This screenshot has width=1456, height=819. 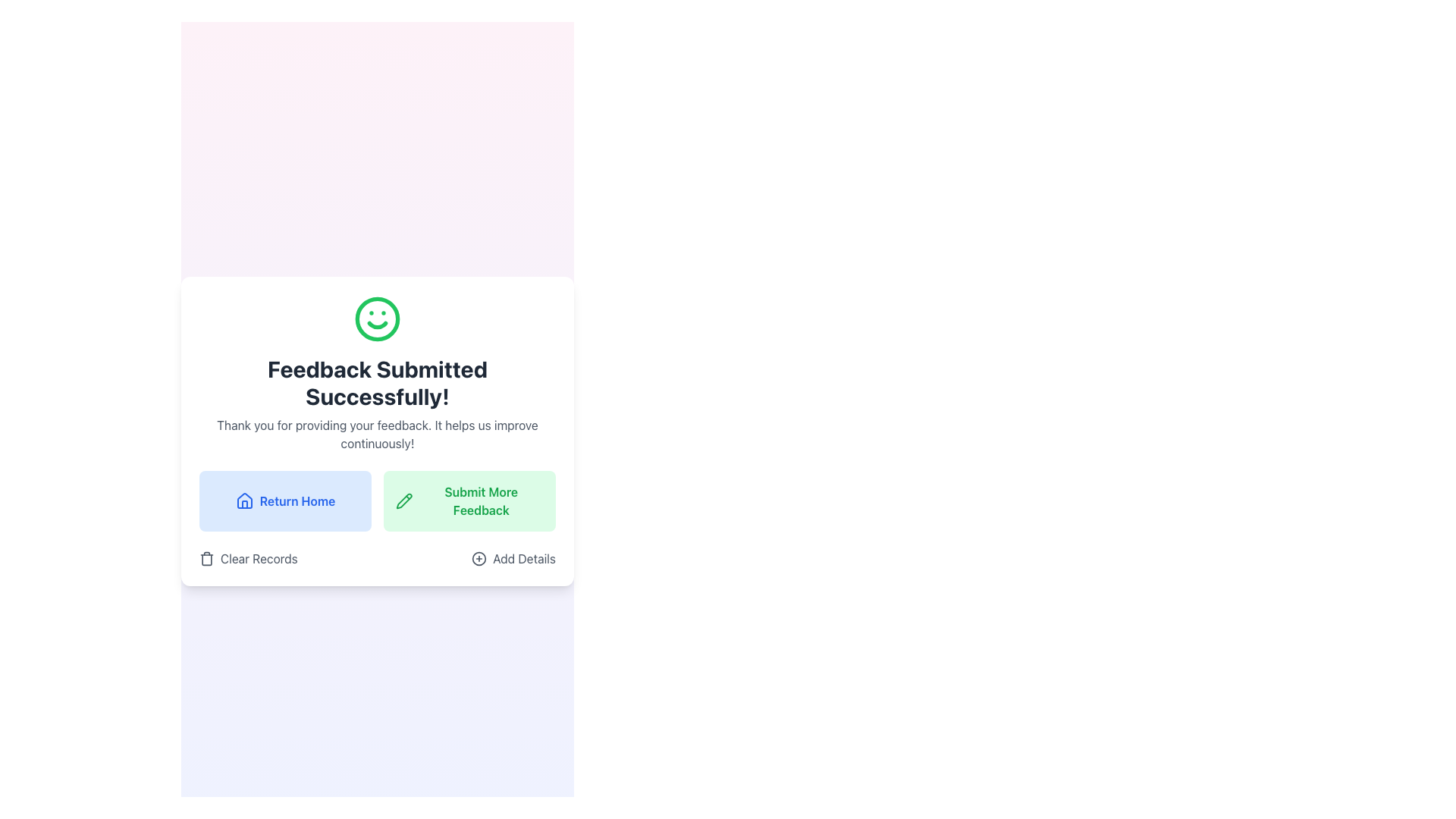 What do you see at coordinates (378, 318) in the screenshot?
I see `the decorative SVG Circle component of the smiley face graphic located at the top-middle area of the modal, above the title 'Feedback Submitted Successfully!'` at bounding box center [378, 318].